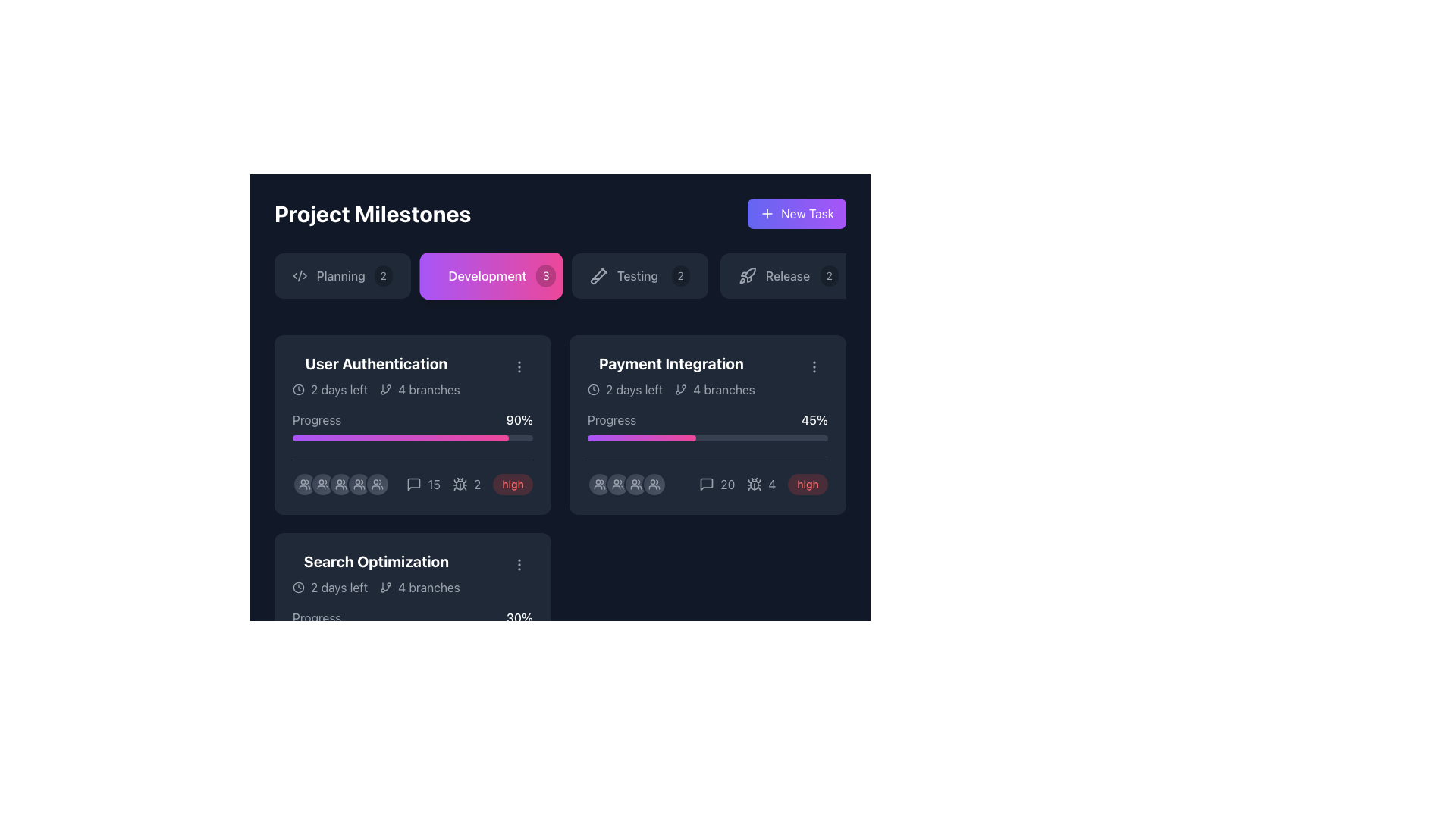 Image resolution: width=1456 pixels, height=819 pixels. What do you see at coordinates (340, 485) in the screenshot?
I see `the circular Avatar or user icon with a gradient fill and a simplistic user silhouette, located under the 'Development' tab in the 'Project Milestones' area` at bounding box center [340, 485].